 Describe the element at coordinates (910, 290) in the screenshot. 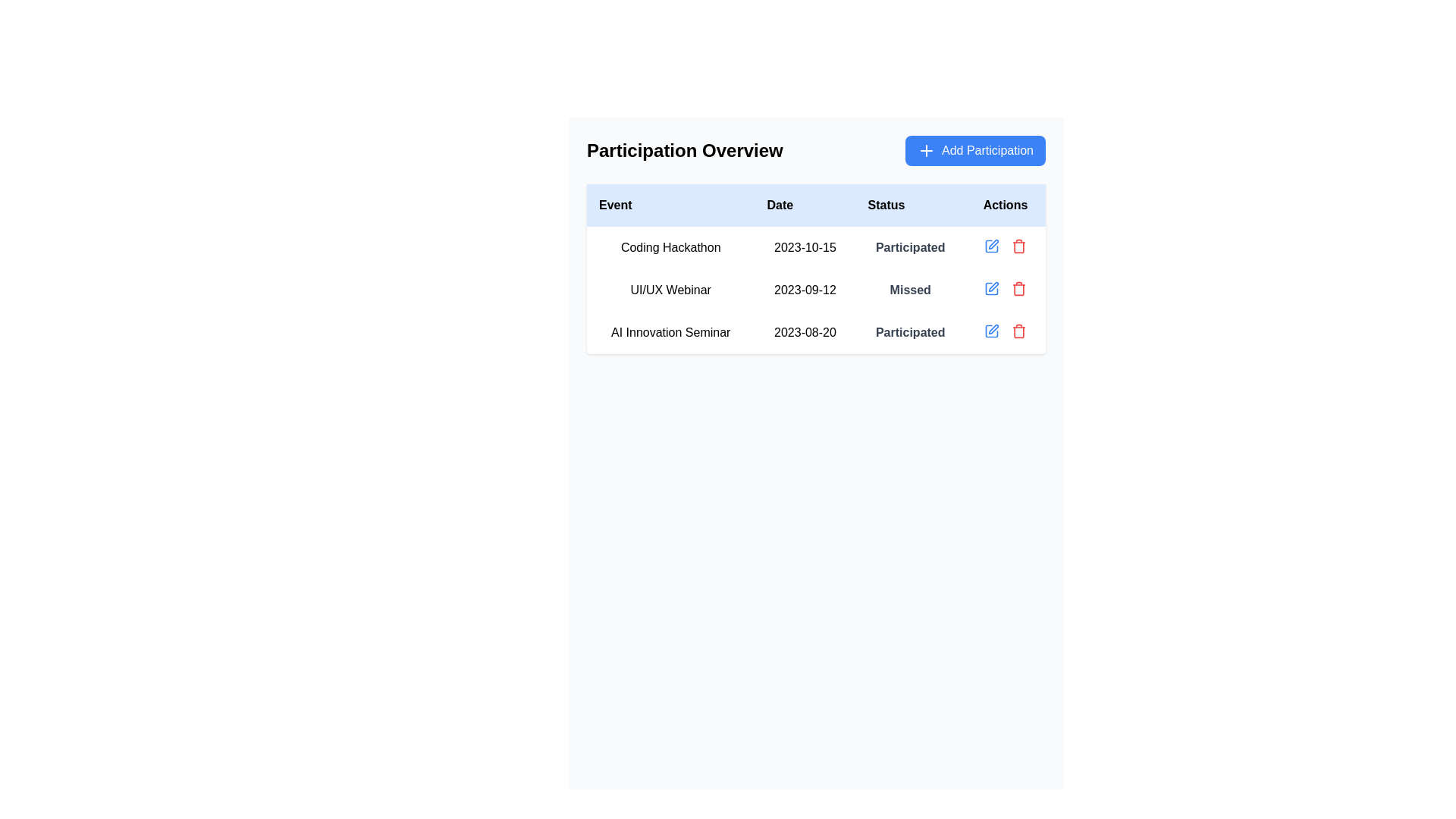

I see `the 'Missed' text label in the 'Status' column of the 'UI/UX Webinar' row in the 'Participation Overview' section` at that location.